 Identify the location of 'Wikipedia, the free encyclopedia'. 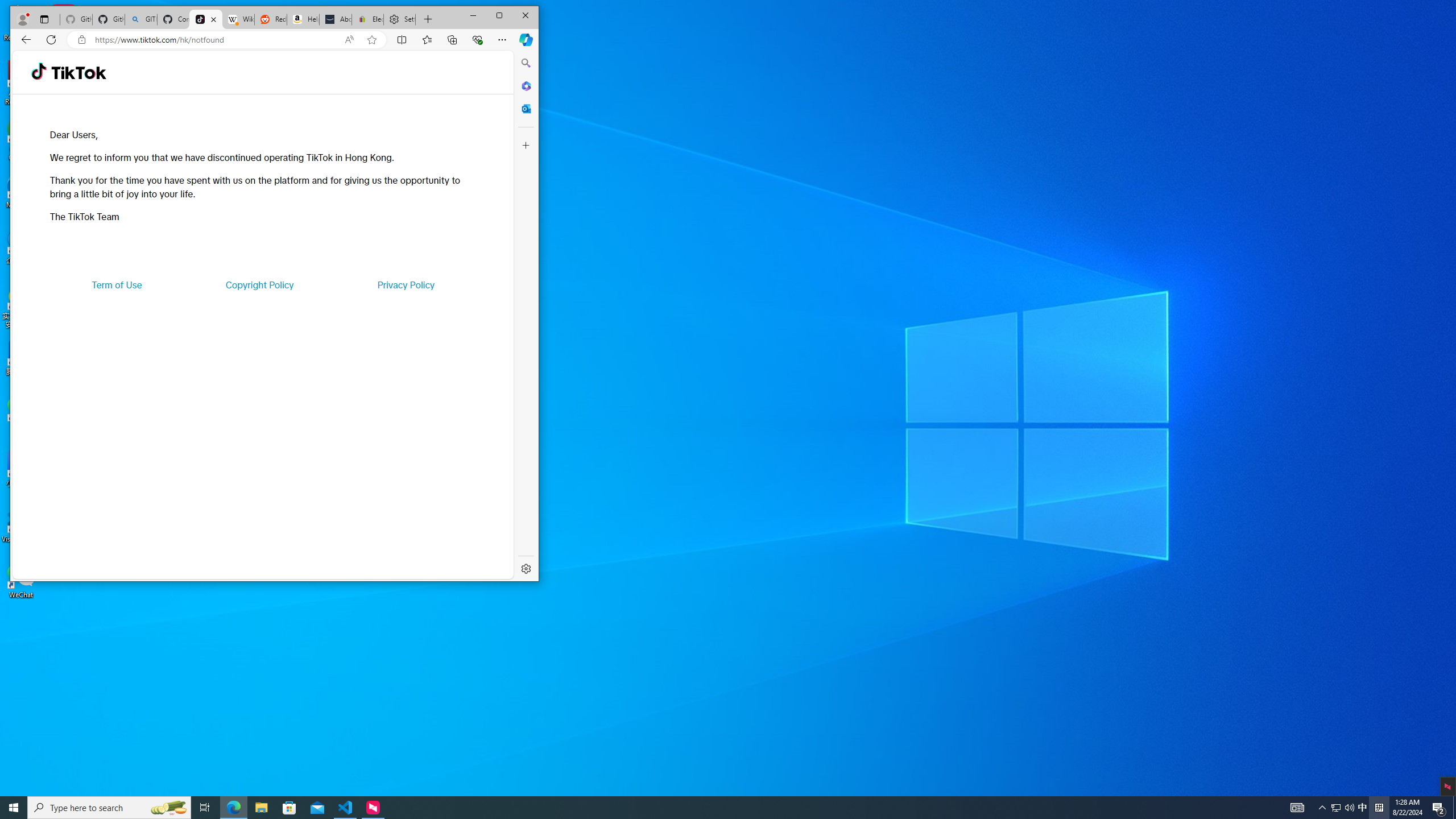
(237, 19).